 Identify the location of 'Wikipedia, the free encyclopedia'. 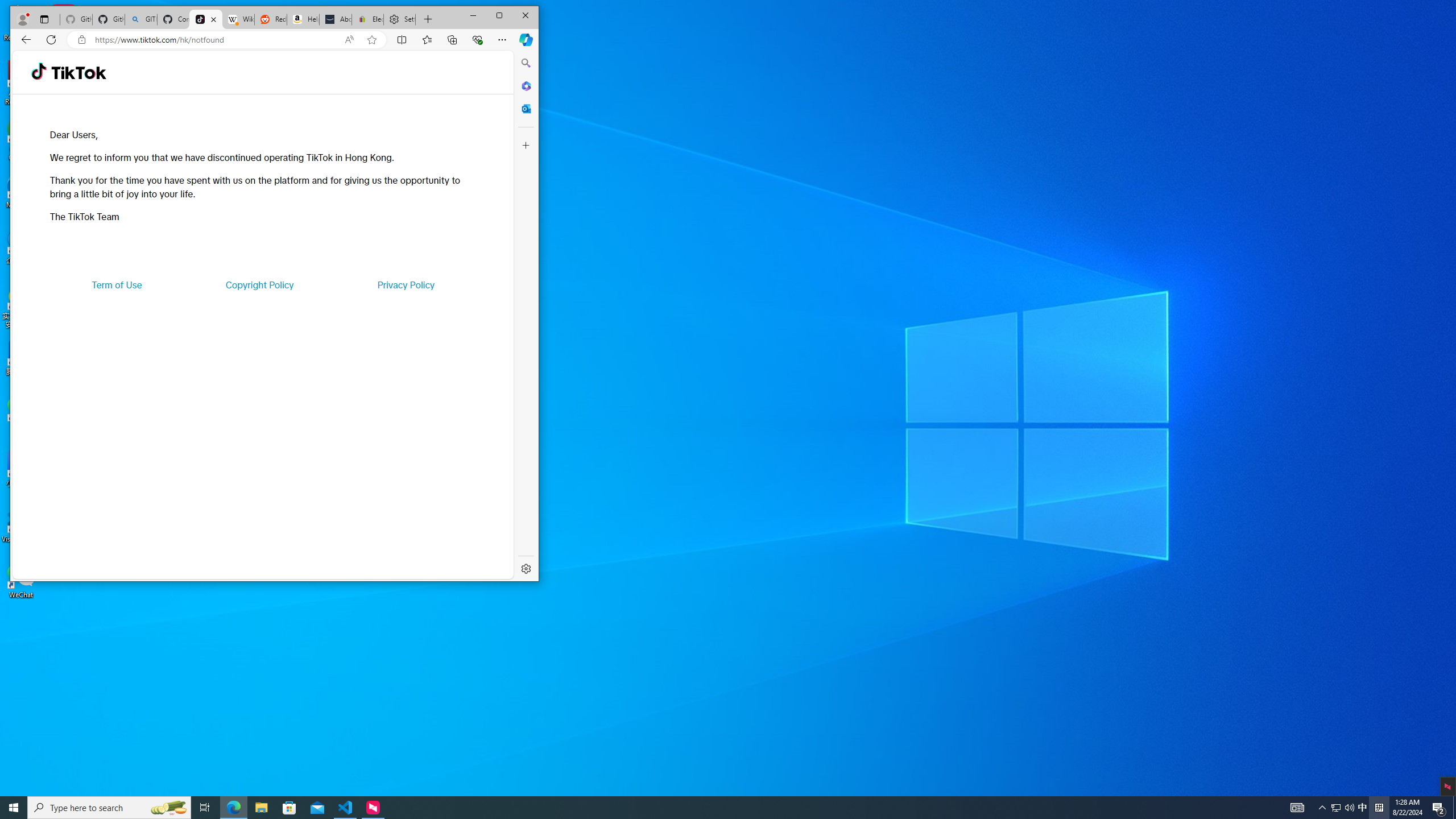
(237, 19).